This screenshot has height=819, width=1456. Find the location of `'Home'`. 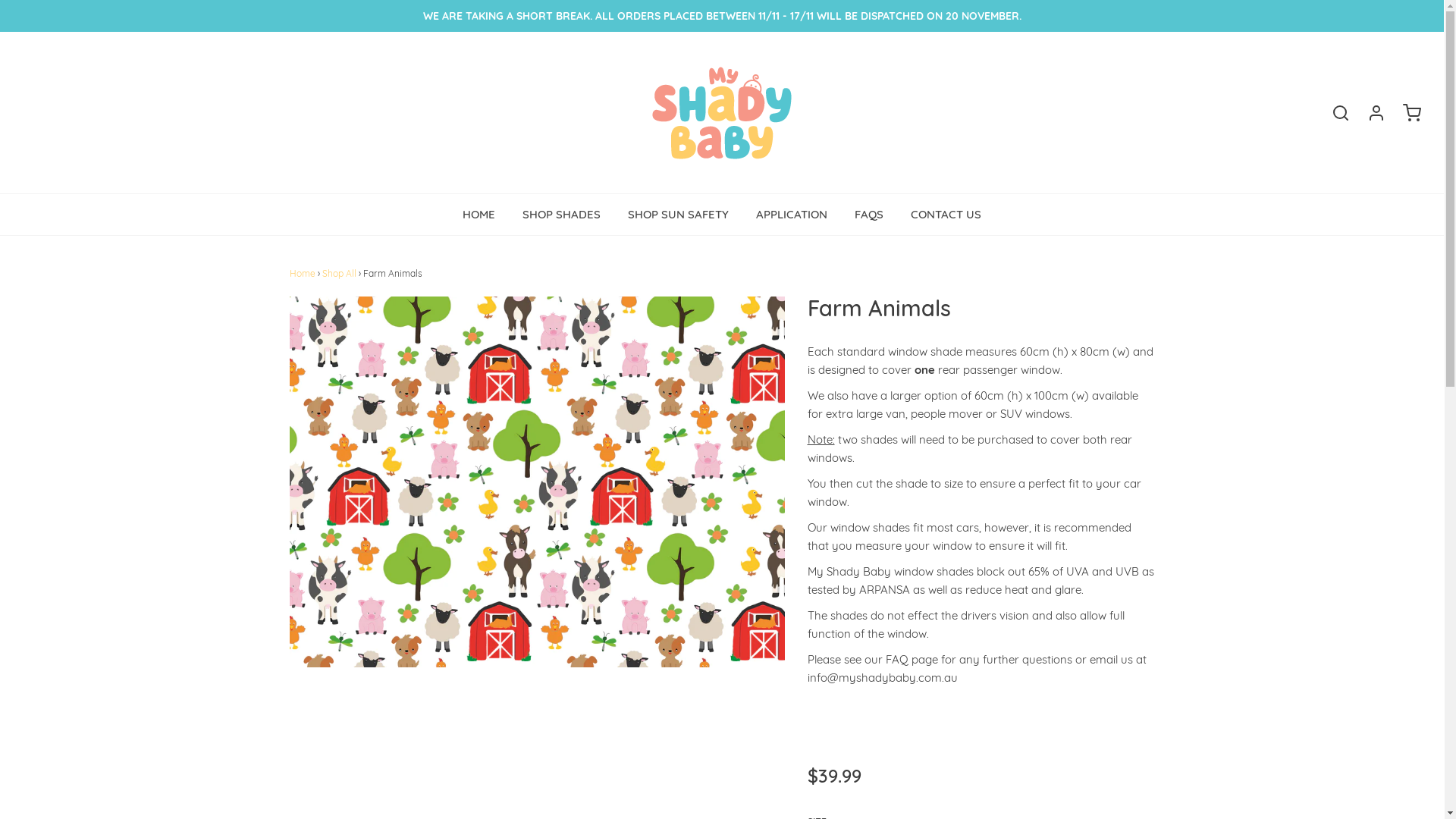

'Home' is located at coordinates (302, 273).